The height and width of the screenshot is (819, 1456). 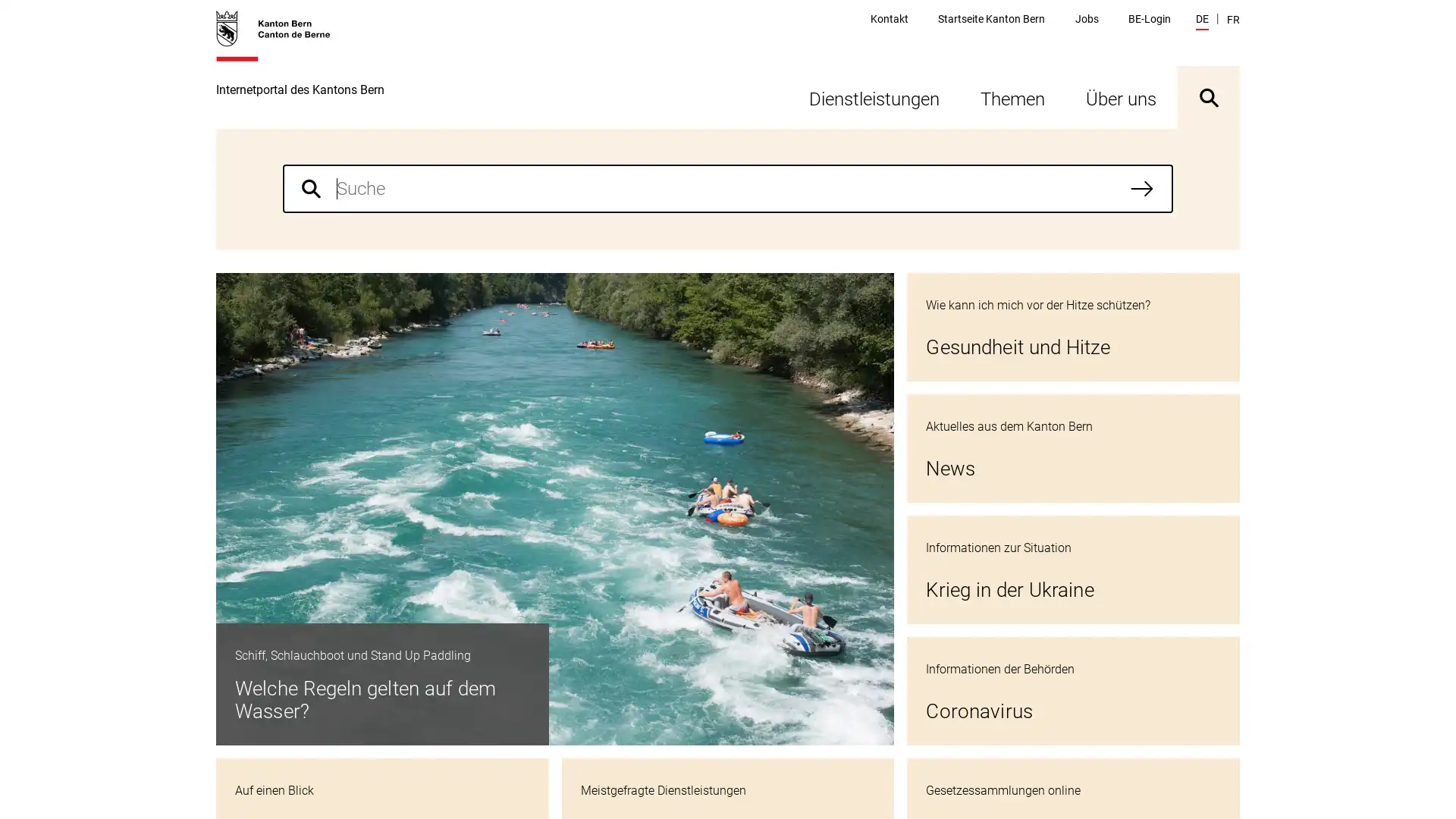 I want to click on Suchen, so click(x=1142, y=188).